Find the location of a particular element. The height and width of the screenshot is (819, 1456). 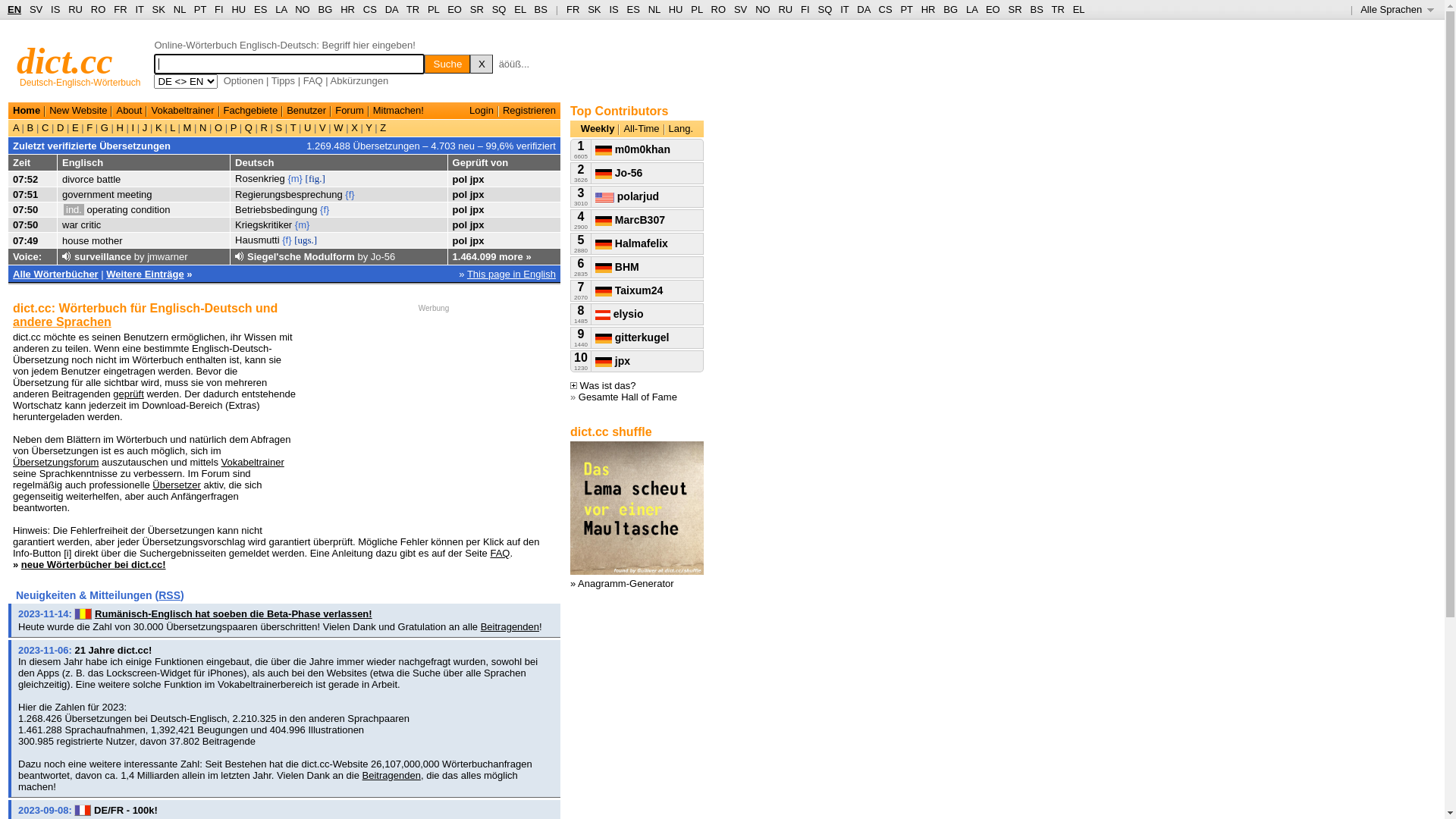

'BS' is located at coordinates (541, 9).